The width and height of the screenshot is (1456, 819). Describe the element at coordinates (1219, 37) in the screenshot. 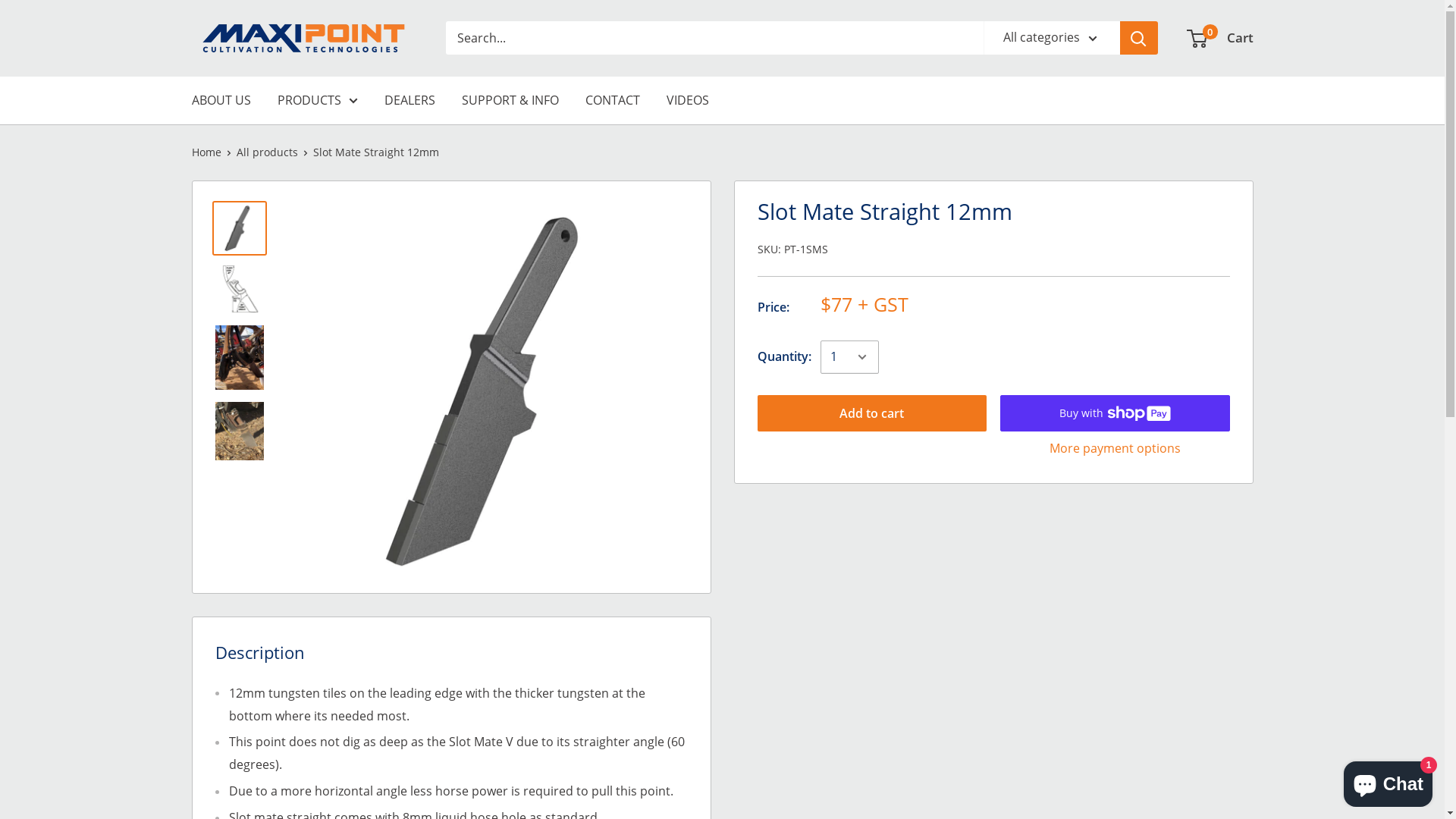

I see `'0` at that location.